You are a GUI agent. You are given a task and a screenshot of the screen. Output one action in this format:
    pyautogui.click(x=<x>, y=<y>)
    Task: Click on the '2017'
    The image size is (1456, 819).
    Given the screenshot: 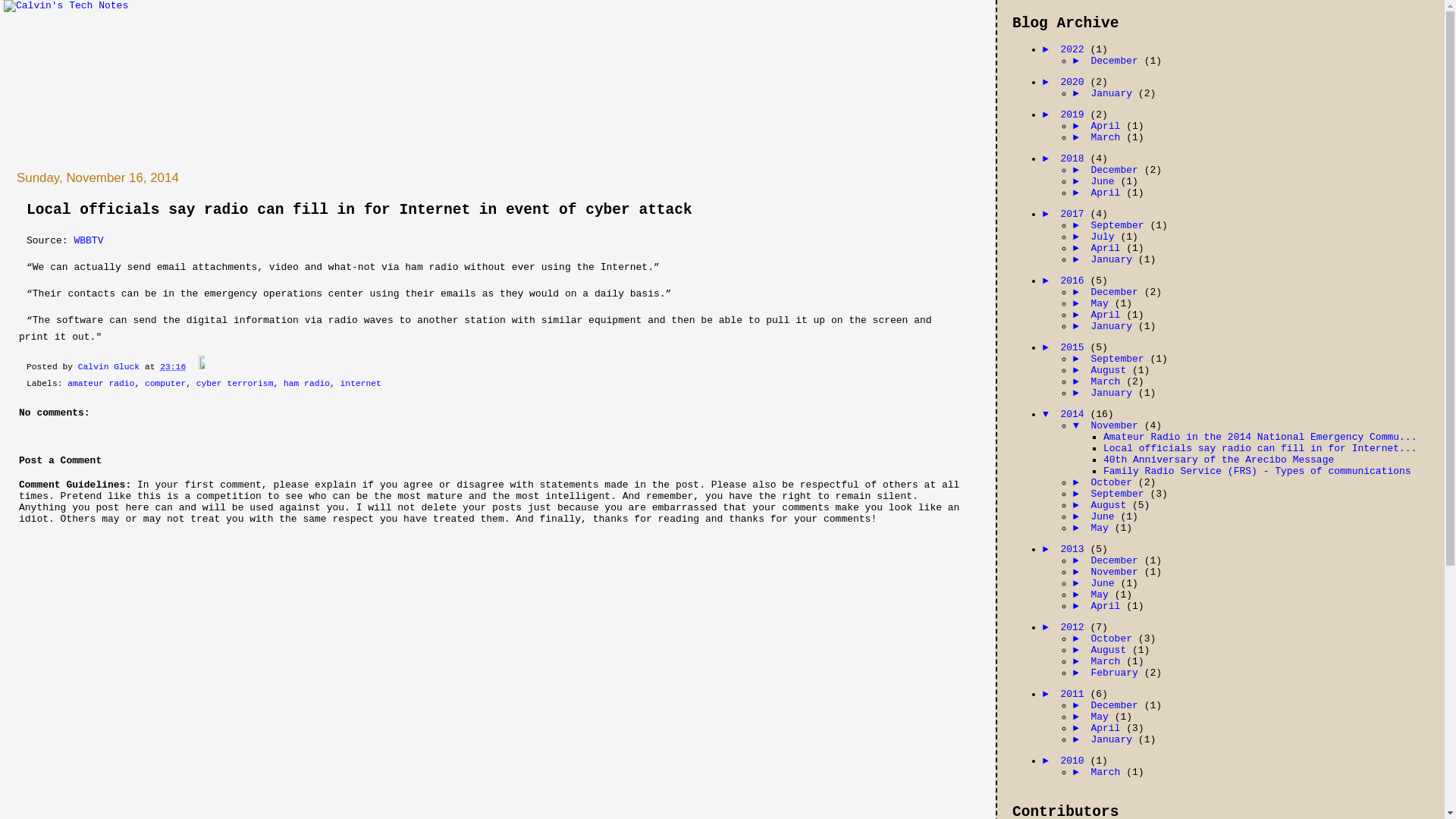 What is the action you would take?
    pyautogui.click(x=1074, y=214)
    